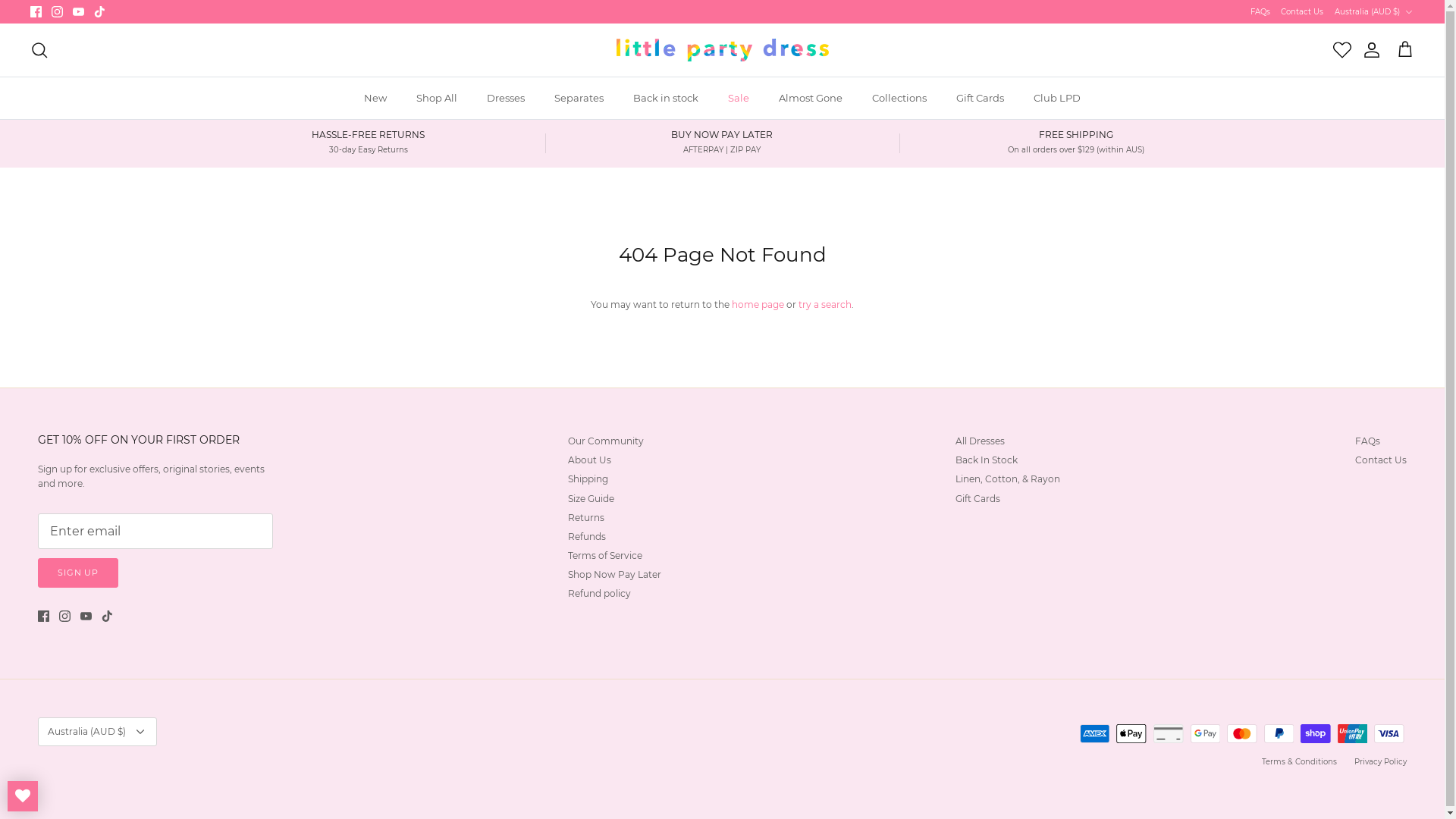 Image resolution: width=1456 pixels, height=819 pixels. I want to click on 'Our Community', so click(604, 441).